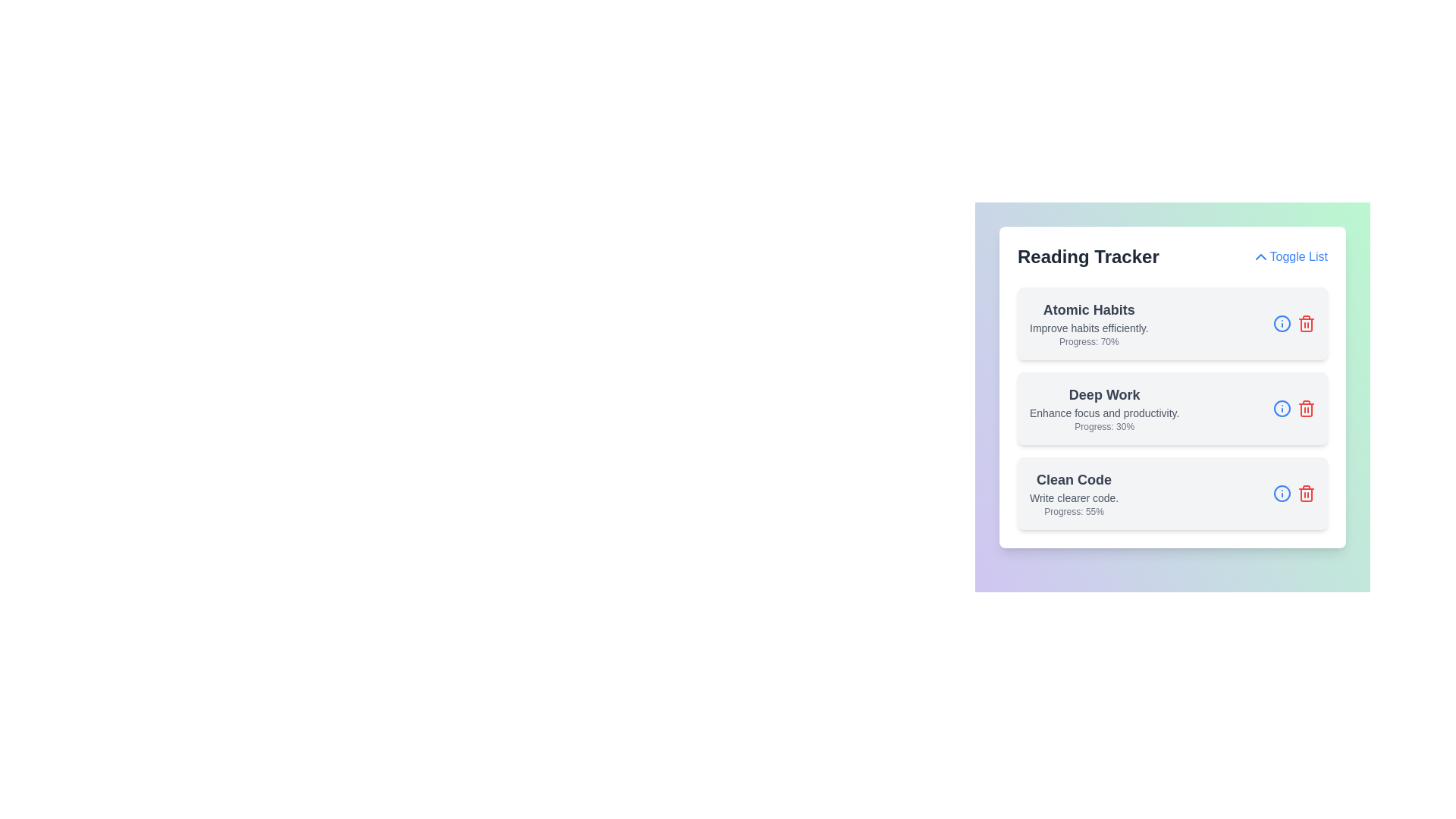  Describe the element at coordinates (1073, 494) in the screenshot. I see `the third item in the 'Reading Tracker' section, which summarizes a reading tracker item including the title, subtitle, and progress percentage` at that location.